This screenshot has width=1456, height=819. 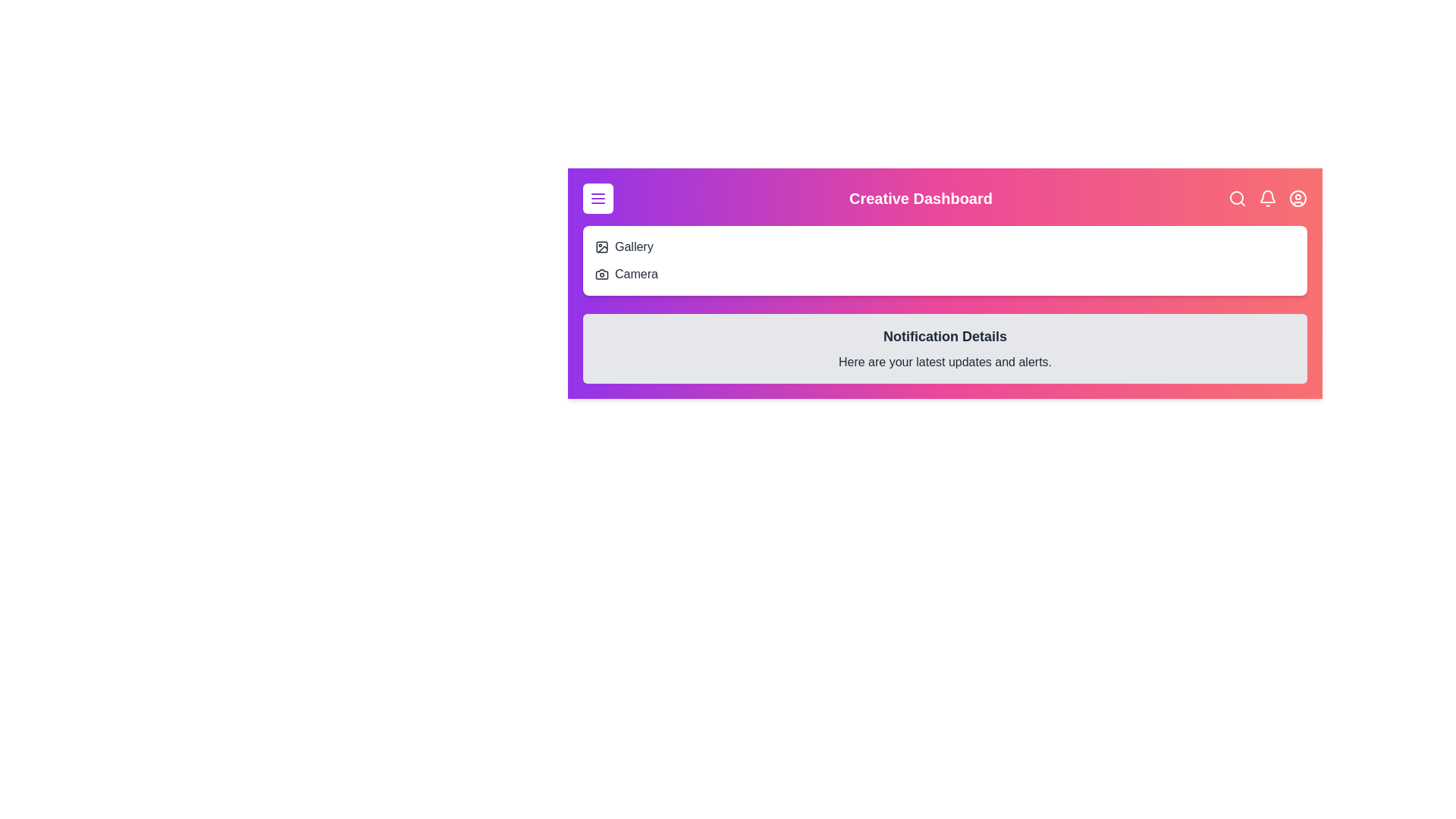 I want to click on the bell icon to toggle the notifications dialog, so click(x=1267, y=198).